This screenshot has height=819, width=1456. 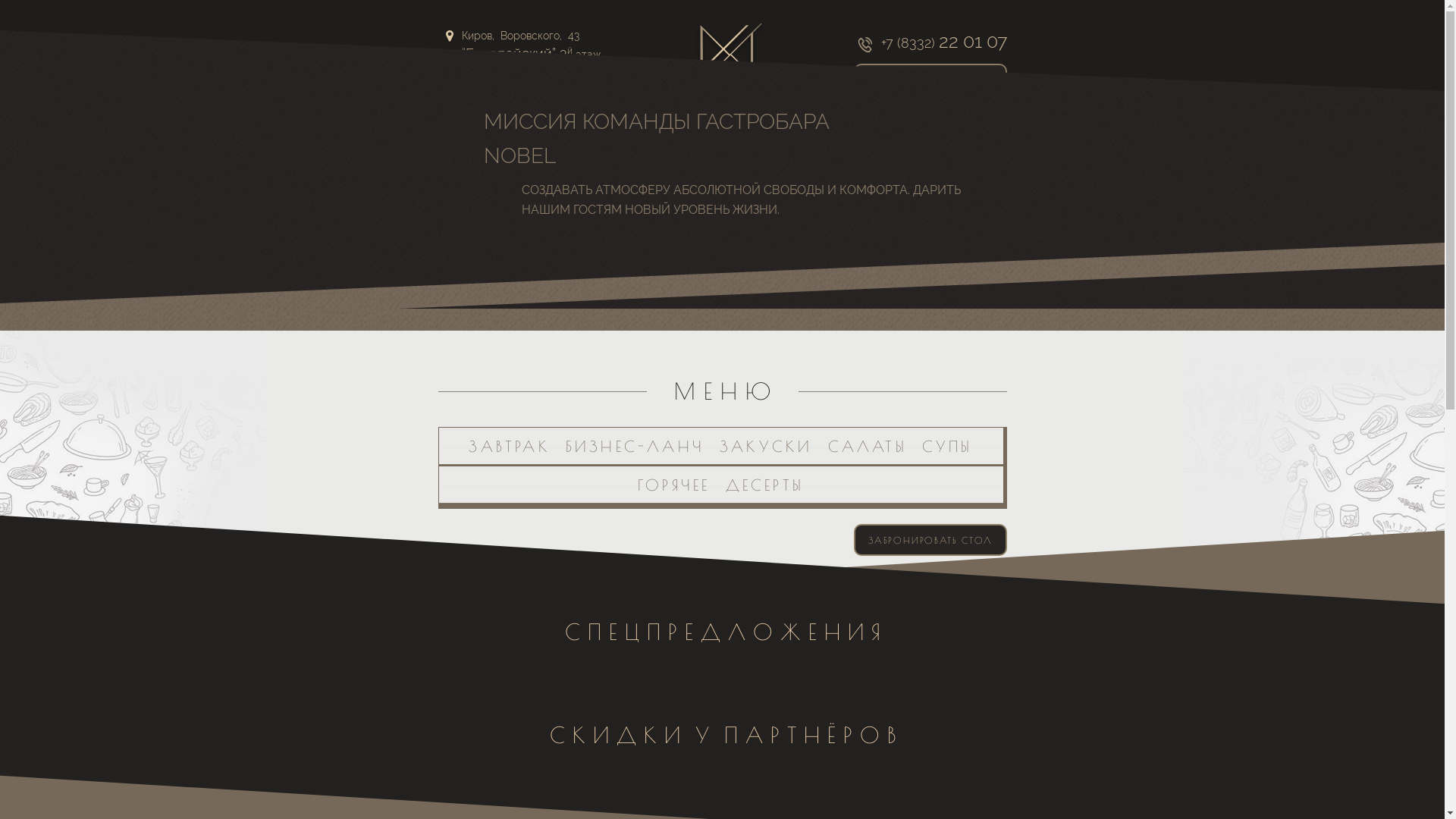 What do you see at coordinates (930, 43) in the screenshot?
I see `'+7 (8332) 22 01 07'` at bounding box center [930, 43].